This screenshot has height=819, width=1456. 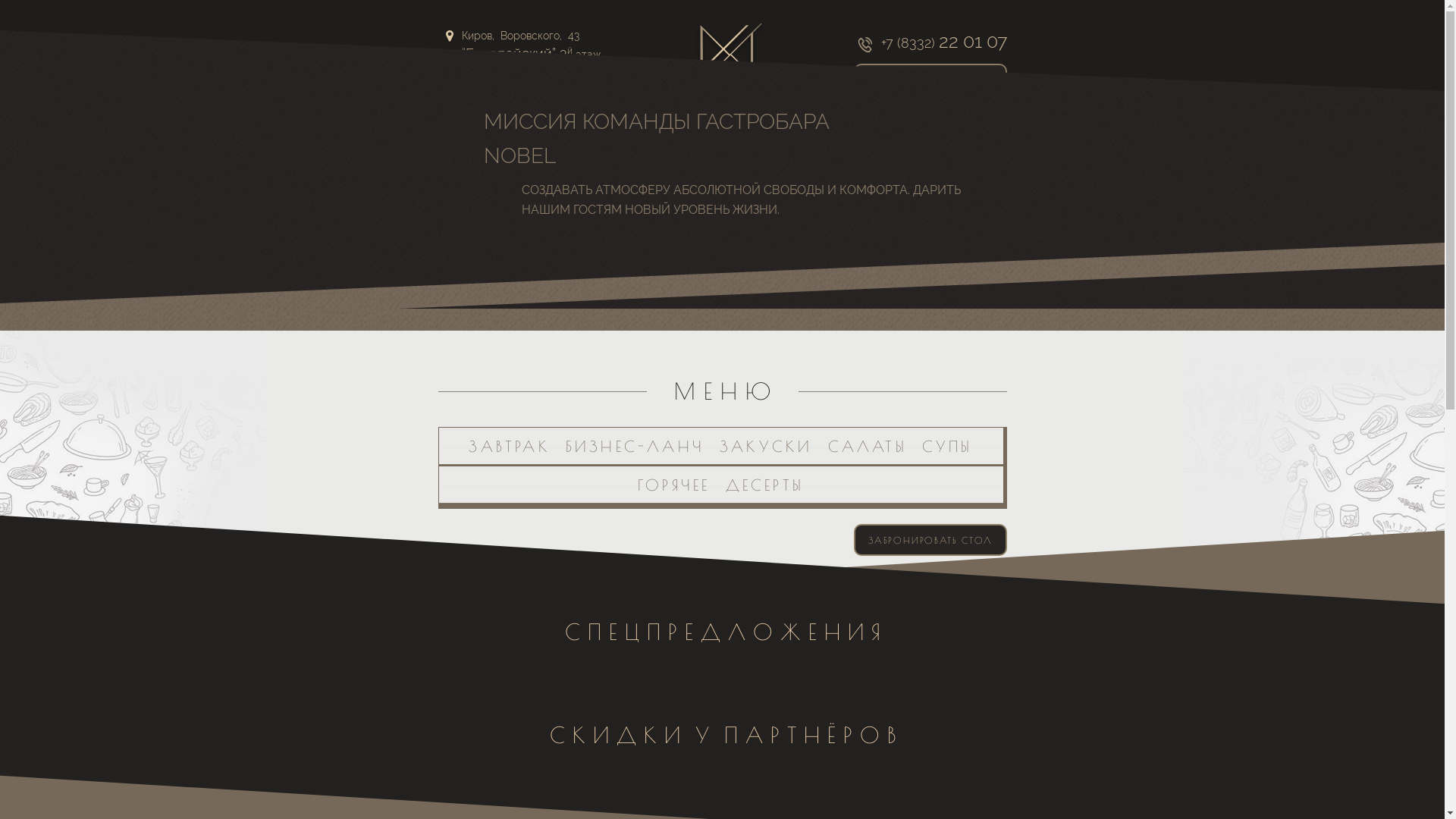 What do you see at coordinates (930, 43) in the screenshot?
I see `'+7 (8332) 22 01 07'` at bounding box center [930, 43].